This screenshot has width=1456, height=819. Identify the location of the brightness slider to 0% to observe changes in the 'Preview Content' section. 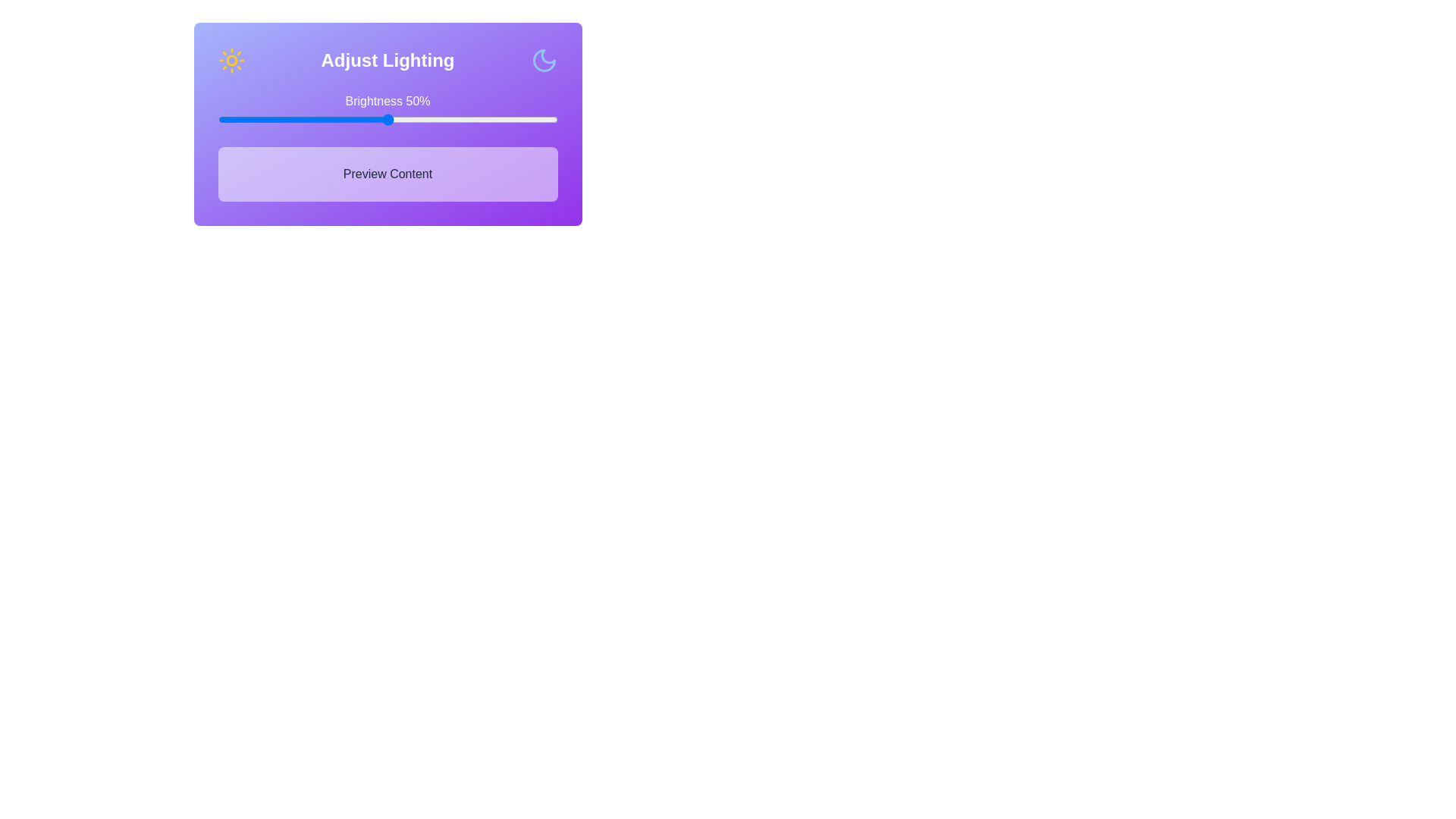
(217, 119).